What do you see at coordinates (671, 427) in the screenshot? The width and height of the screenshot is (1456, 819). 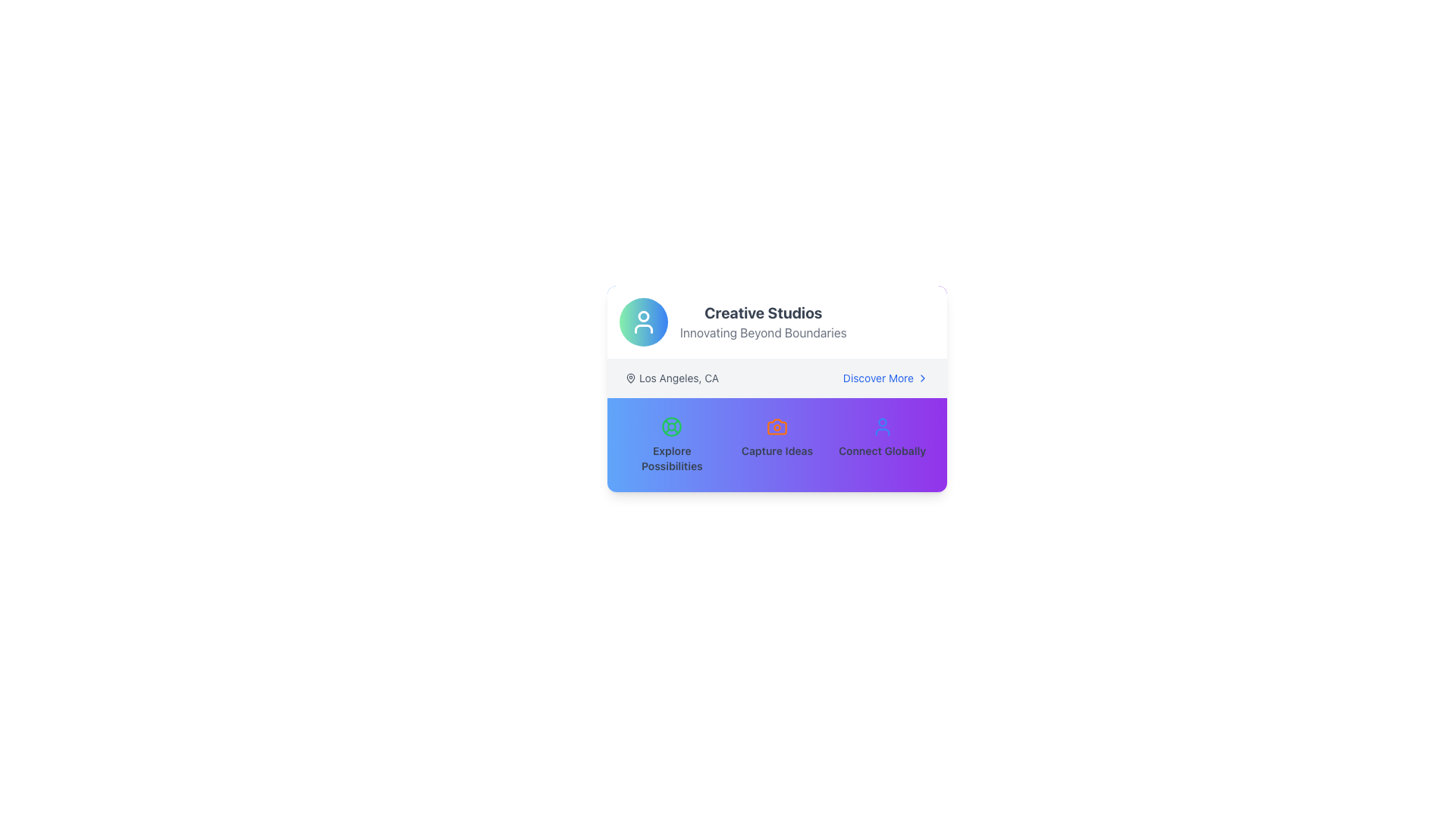 I see `the central circular graphical element of the emblematic icon` at bounding box center [671, 427].